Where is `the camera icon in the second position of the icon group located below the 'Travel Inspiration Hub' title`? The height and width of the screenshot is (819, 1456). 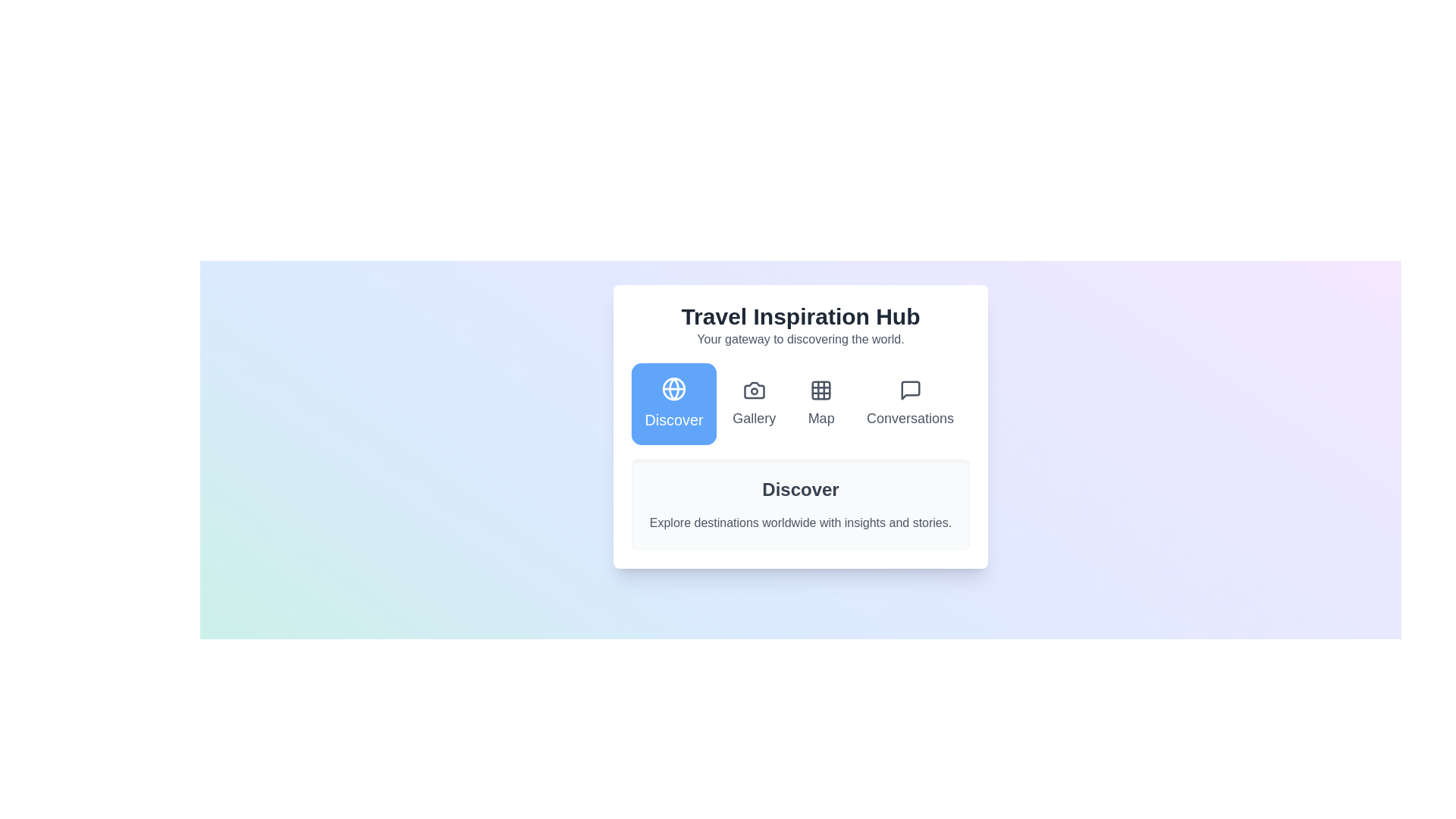 the camera icon in the second position of the icon group located below the 'Travel Inspiration Hub' title is located at coordinates (754, 390).